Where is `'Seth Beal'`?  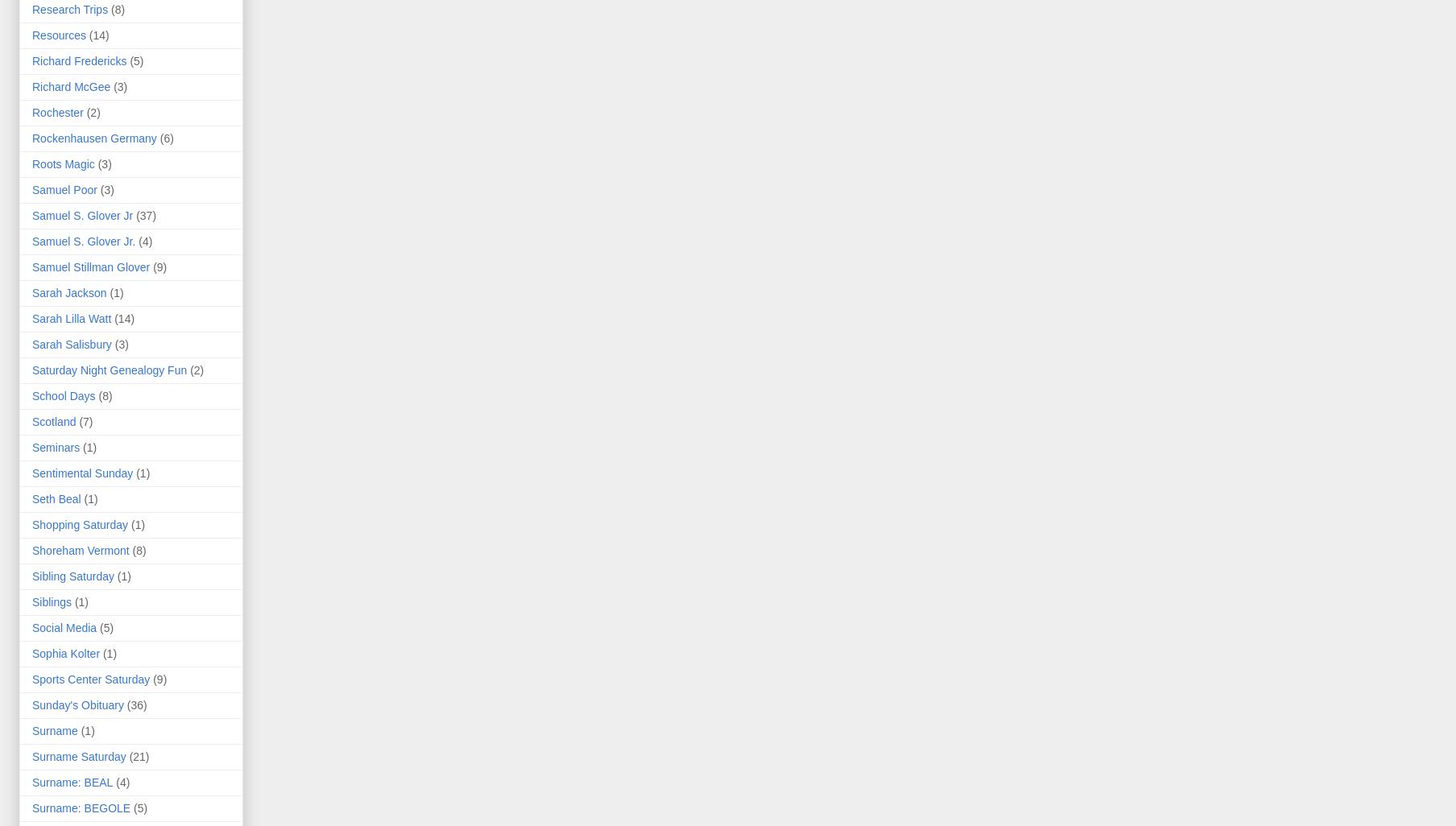
'Seth Beal' is located at coordinates (56, 499).